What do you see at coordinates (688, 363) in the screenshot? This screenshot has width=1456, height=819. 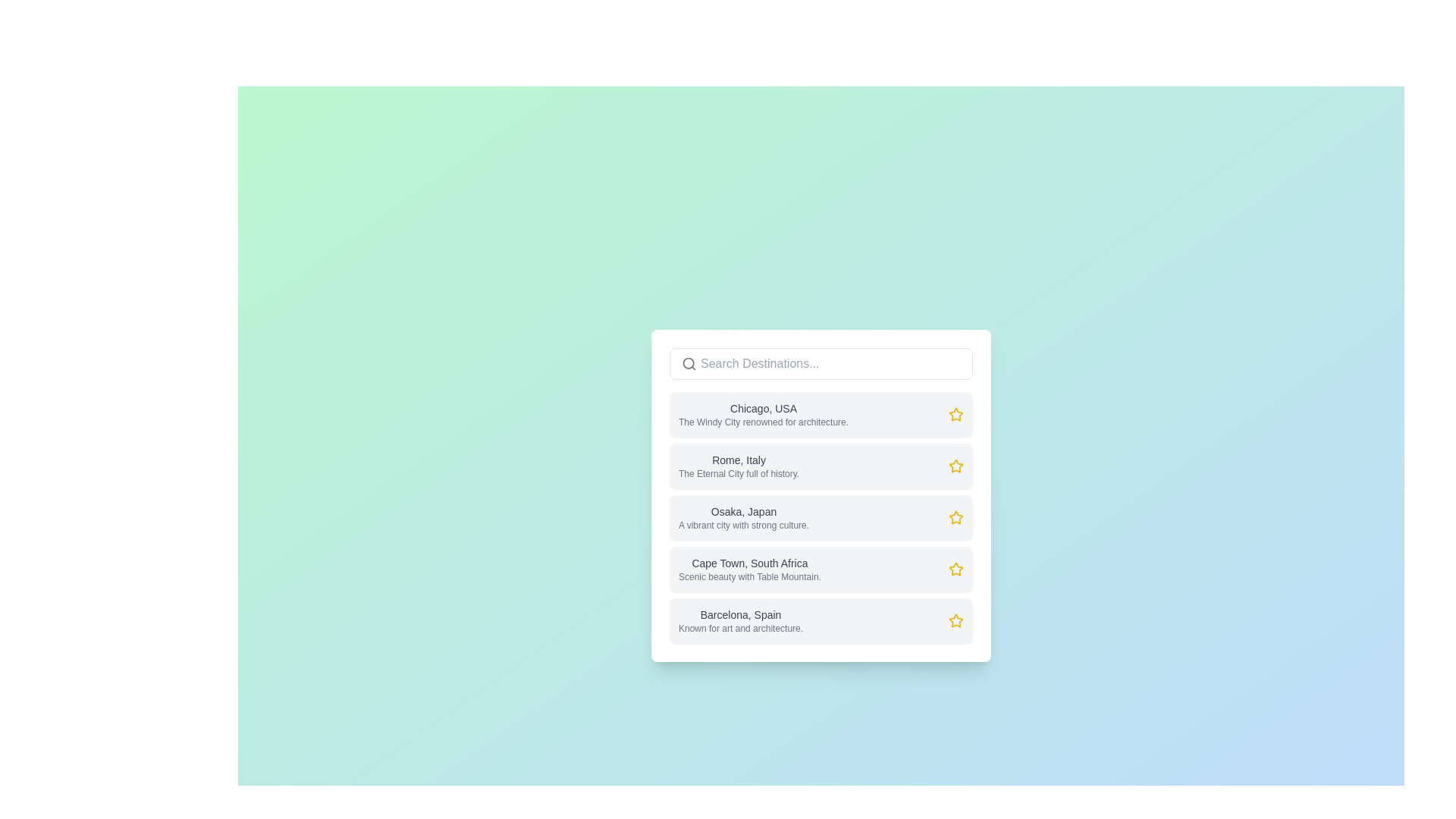 I see `the search icon located inside the input field titled 'Search Destinations...'` at bounding box center [688, 363].